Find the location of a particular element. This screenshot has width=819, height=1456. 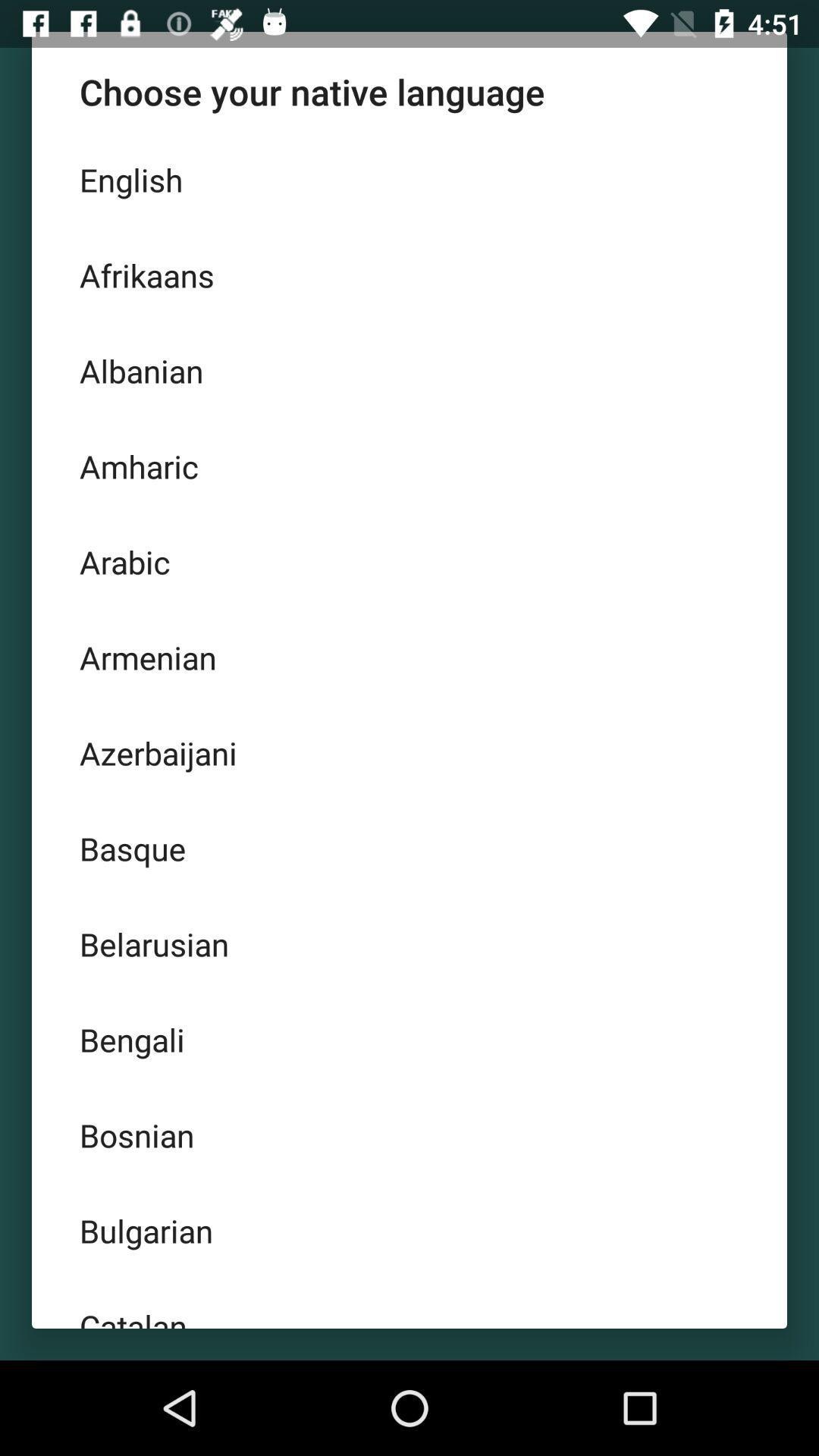

the icon below the english icon is located at coordinates (409, 275).